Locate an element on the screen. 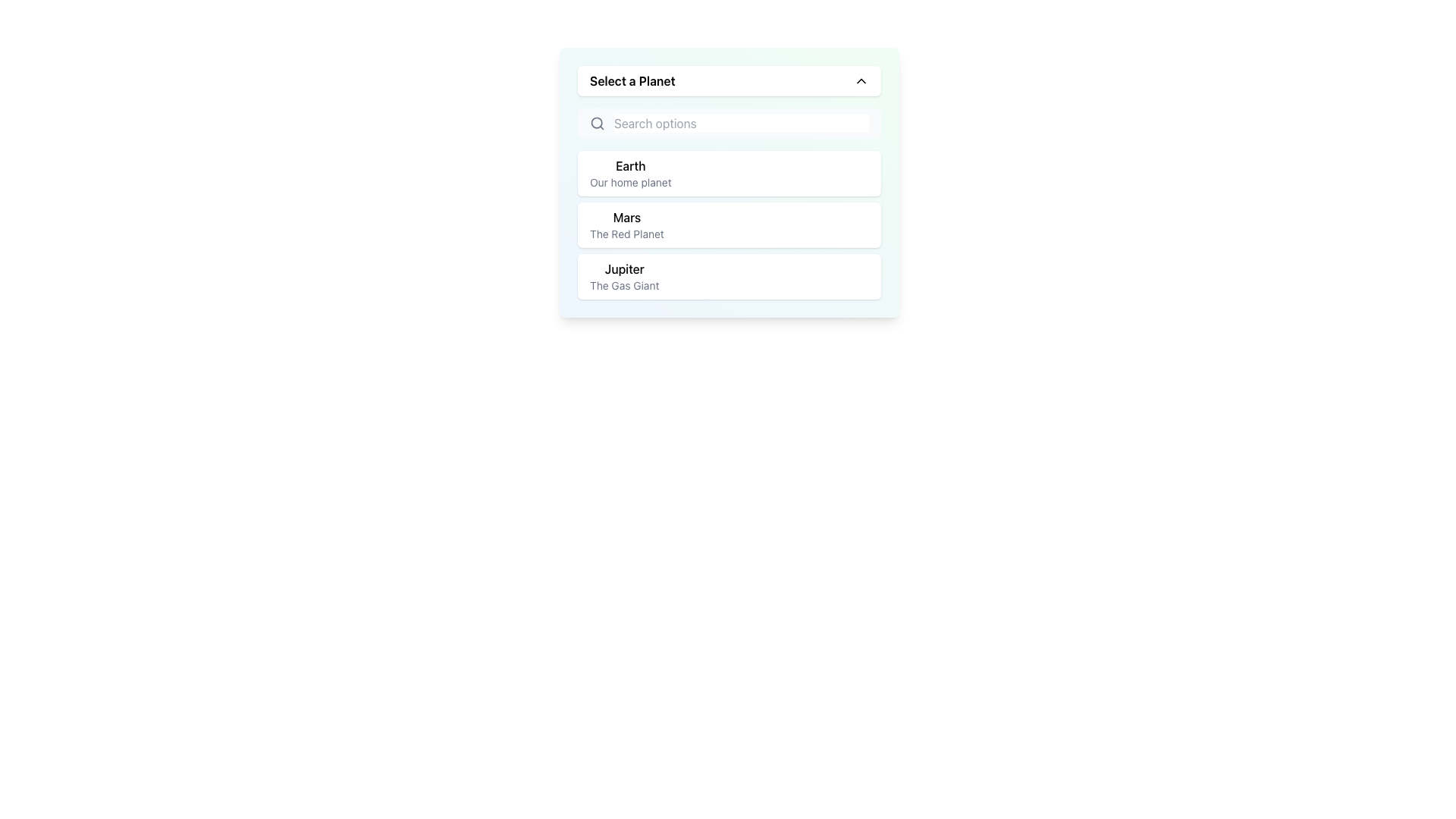 Image resolution: width=1456 pixels, height=819 pixels. the magnifying glass icon indicating the search functionality, located at the leftmost side of the search bar is located at coordinates (596, 122).